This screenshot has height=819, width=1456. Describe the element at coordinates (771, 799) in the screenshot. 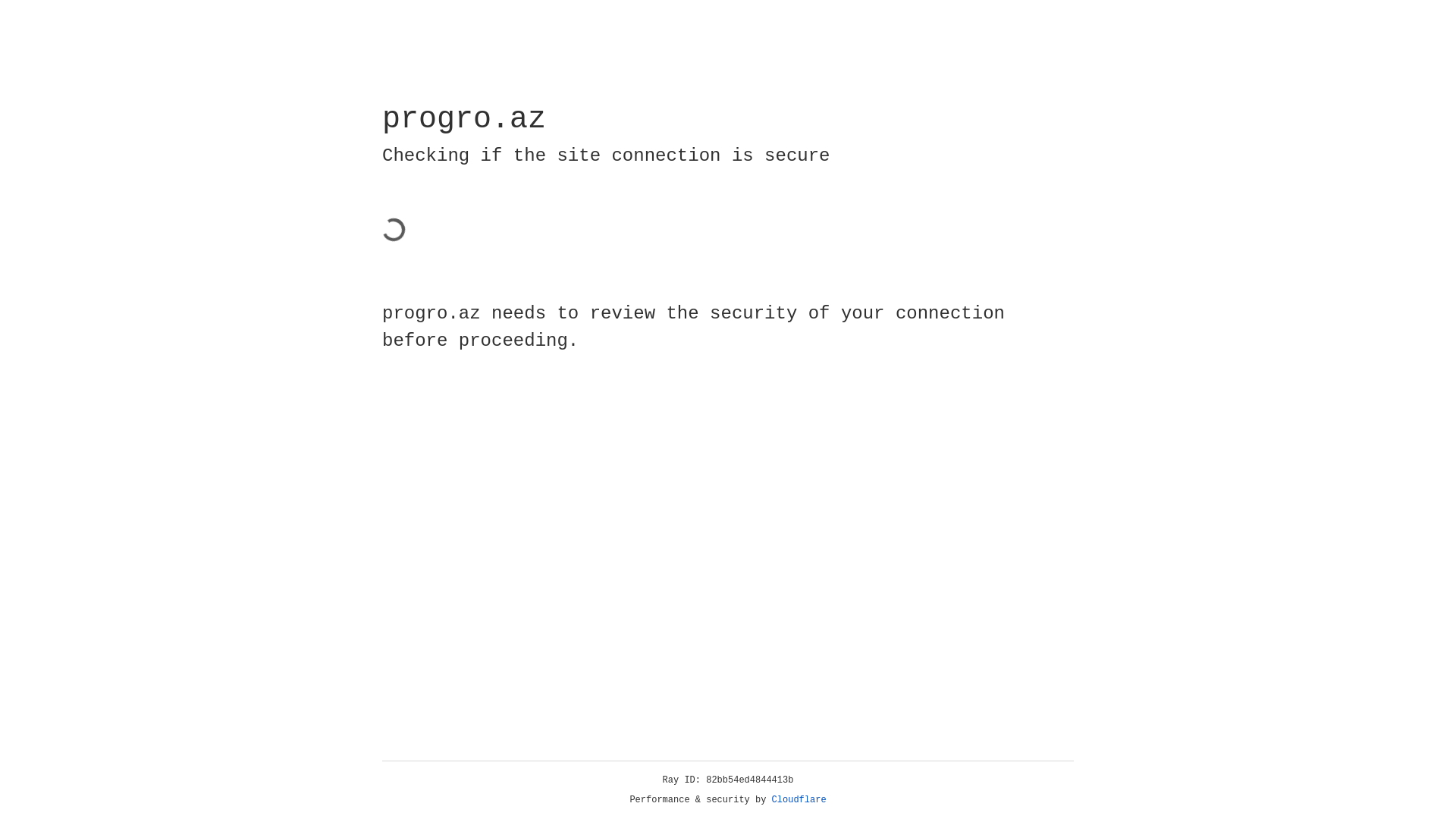

I see `'Cloudflare'` at that location.